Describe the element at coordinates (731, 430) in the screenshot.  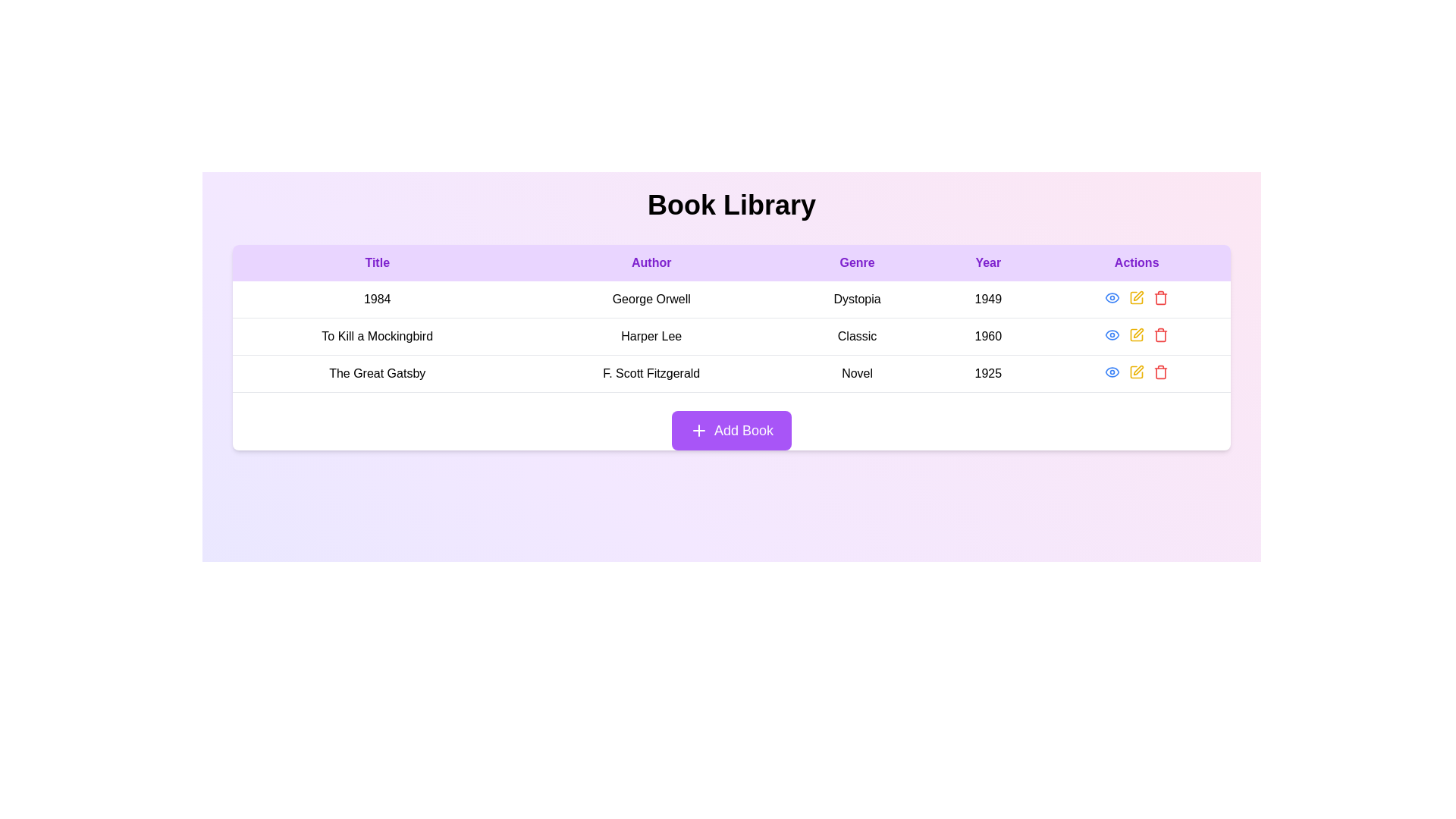
I see `the button designed to add a new book entry to the library` at that location.